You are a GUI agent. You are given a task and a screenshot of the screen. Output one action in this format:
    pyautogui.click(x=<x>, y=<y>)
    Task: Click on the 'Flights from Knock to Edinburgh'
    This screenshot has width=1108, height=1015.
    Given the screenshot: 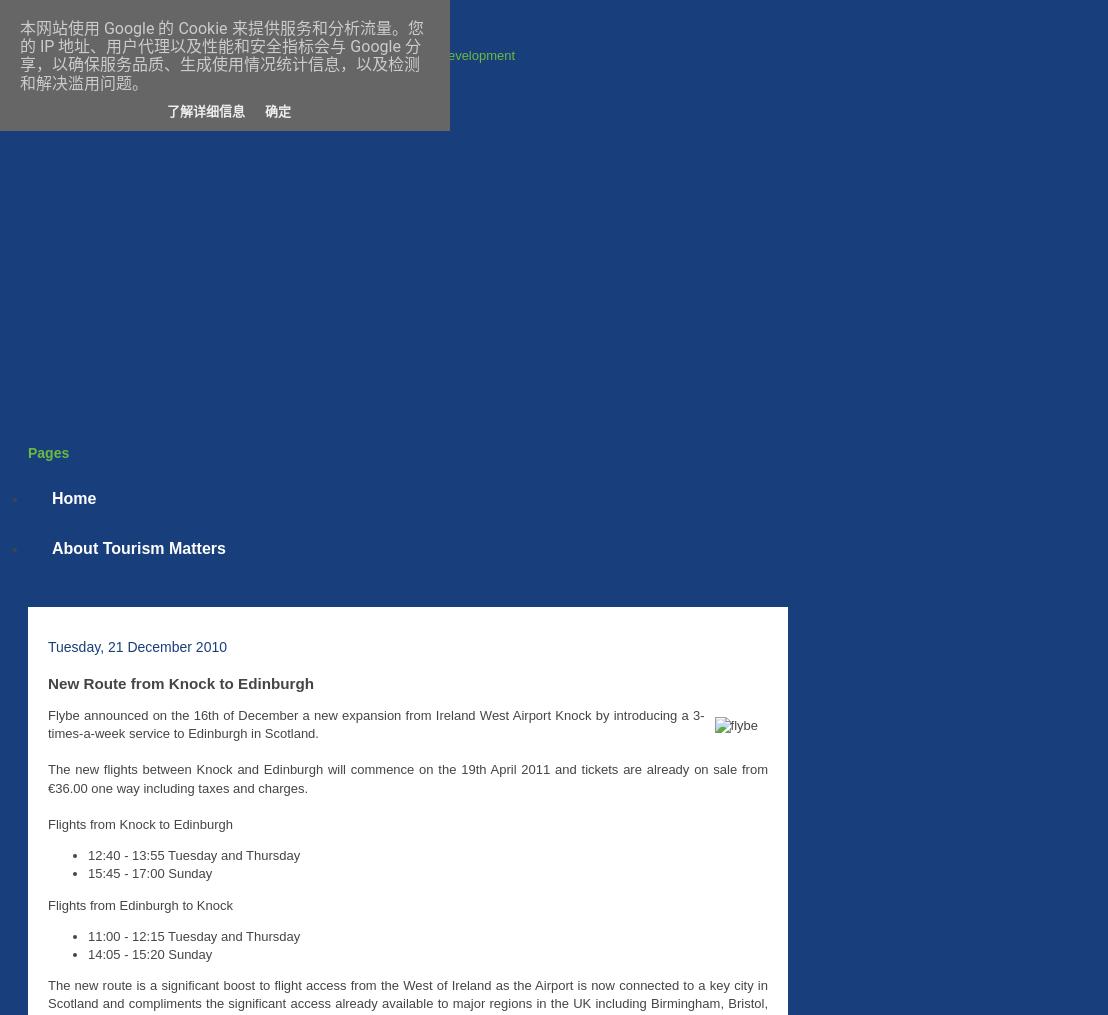 What is the action you would take?
    pyautogui.click(x=141, y=823)
    